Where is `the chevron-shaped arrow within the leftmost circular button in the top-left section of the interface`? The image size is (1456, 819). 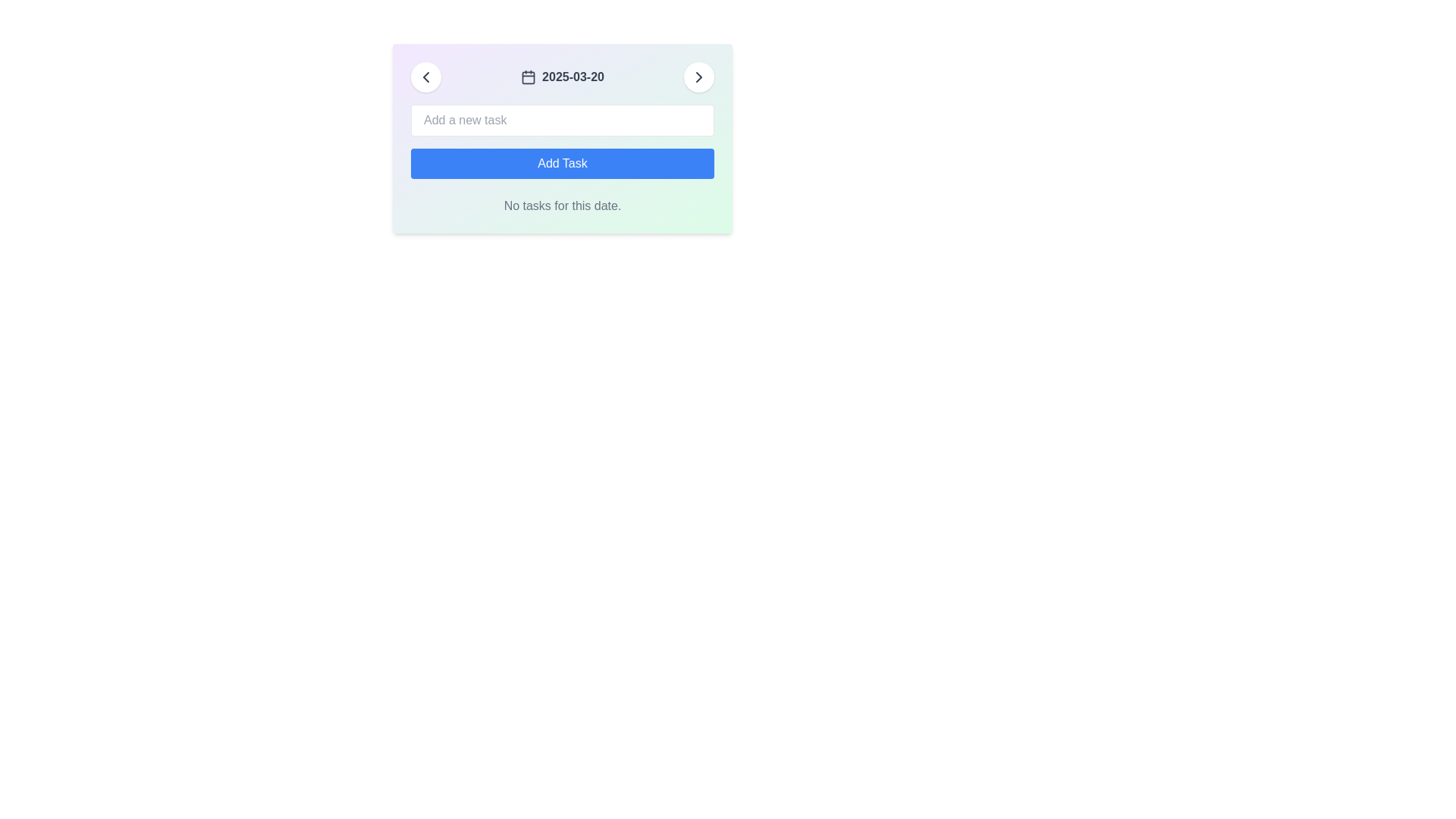 the chevron-shaped arrow within the leftmost circular button in the top-left section of the interface is located at coordinates (425, 77).